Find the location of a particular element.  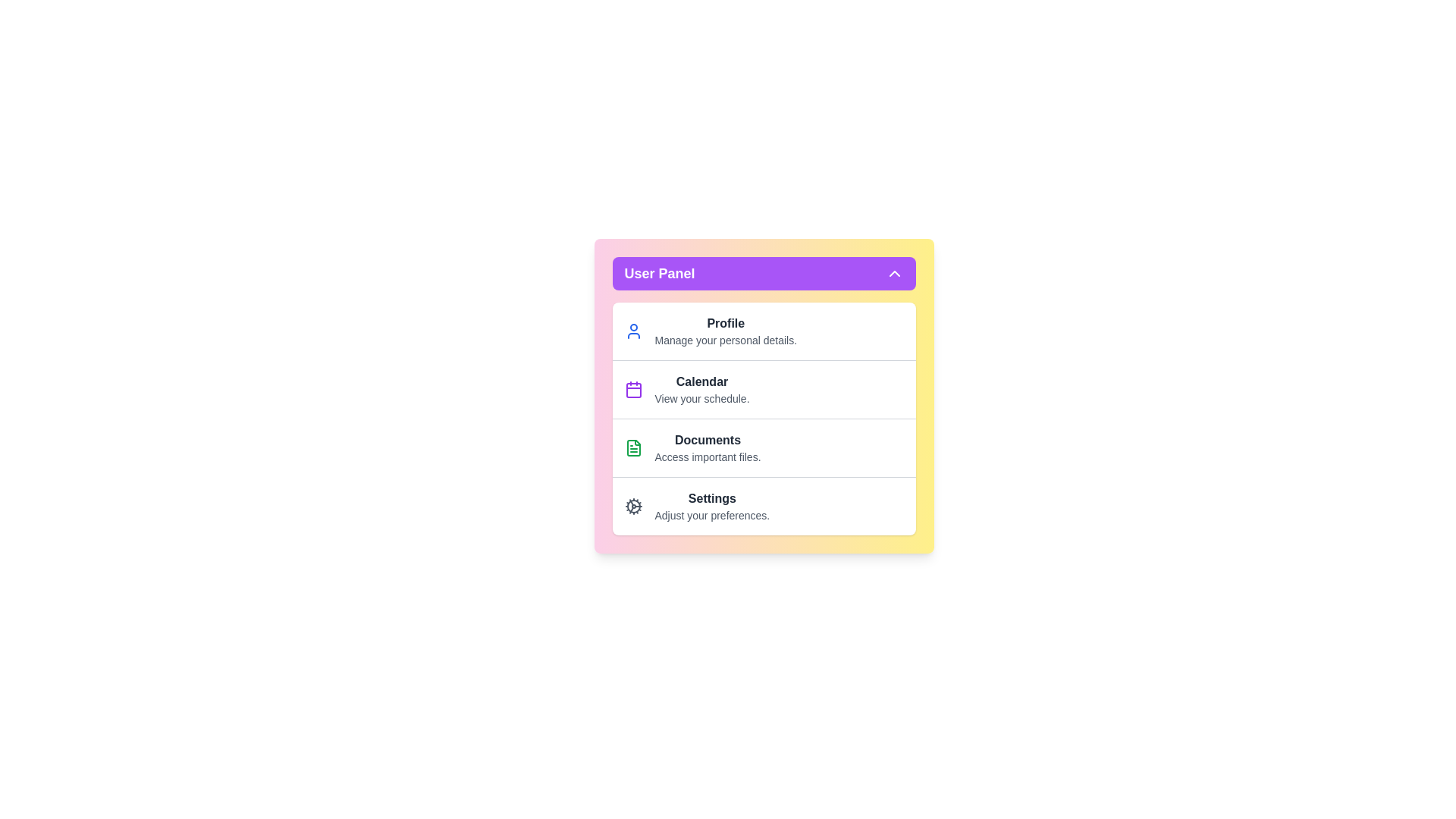

the 'Settings' text label that displays in bold, dark gray, emphasizing its role as a section header within the user panel is located at coordinates (711, 499).